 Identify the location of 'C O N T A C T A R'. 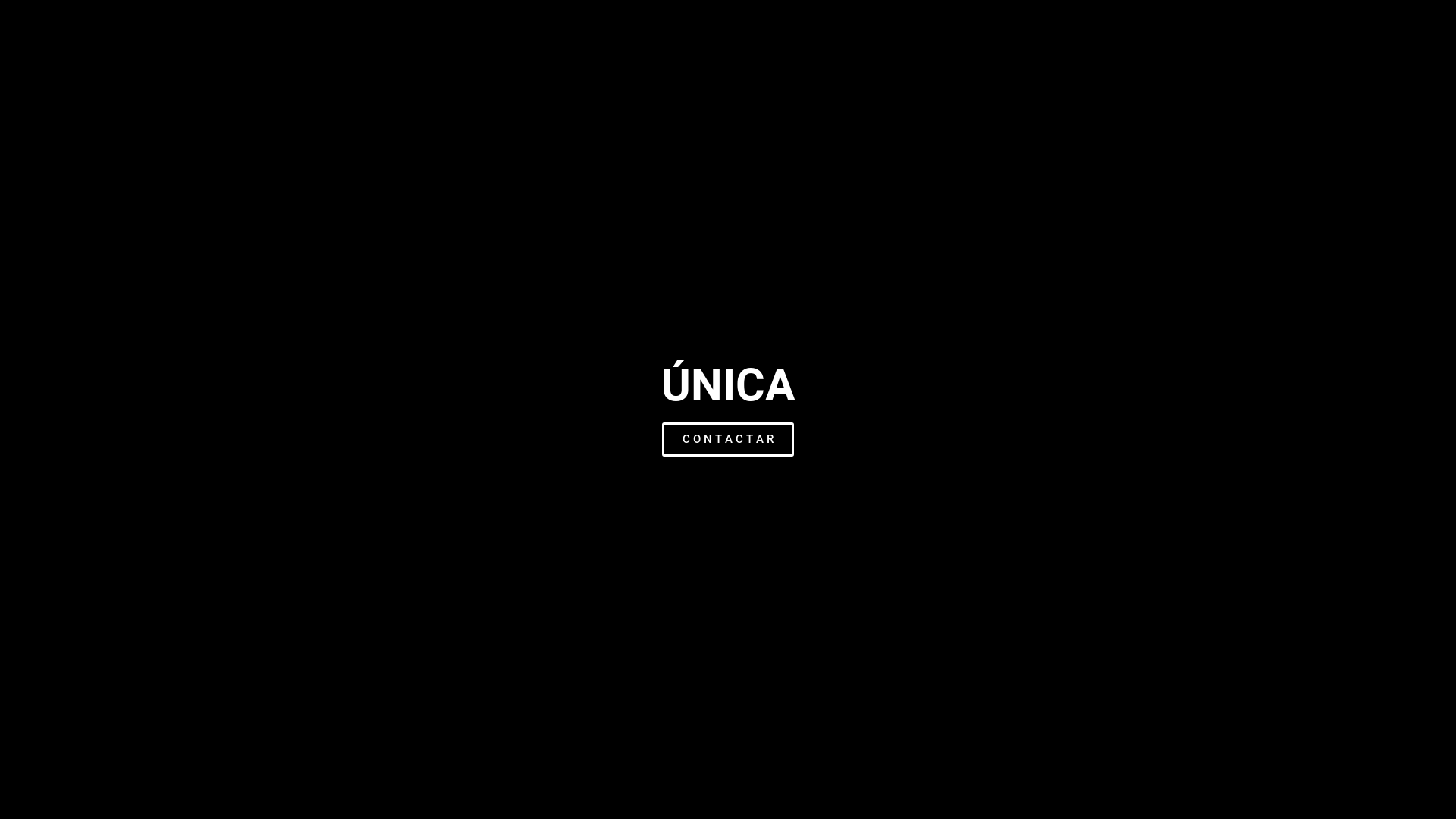
(728, 439).